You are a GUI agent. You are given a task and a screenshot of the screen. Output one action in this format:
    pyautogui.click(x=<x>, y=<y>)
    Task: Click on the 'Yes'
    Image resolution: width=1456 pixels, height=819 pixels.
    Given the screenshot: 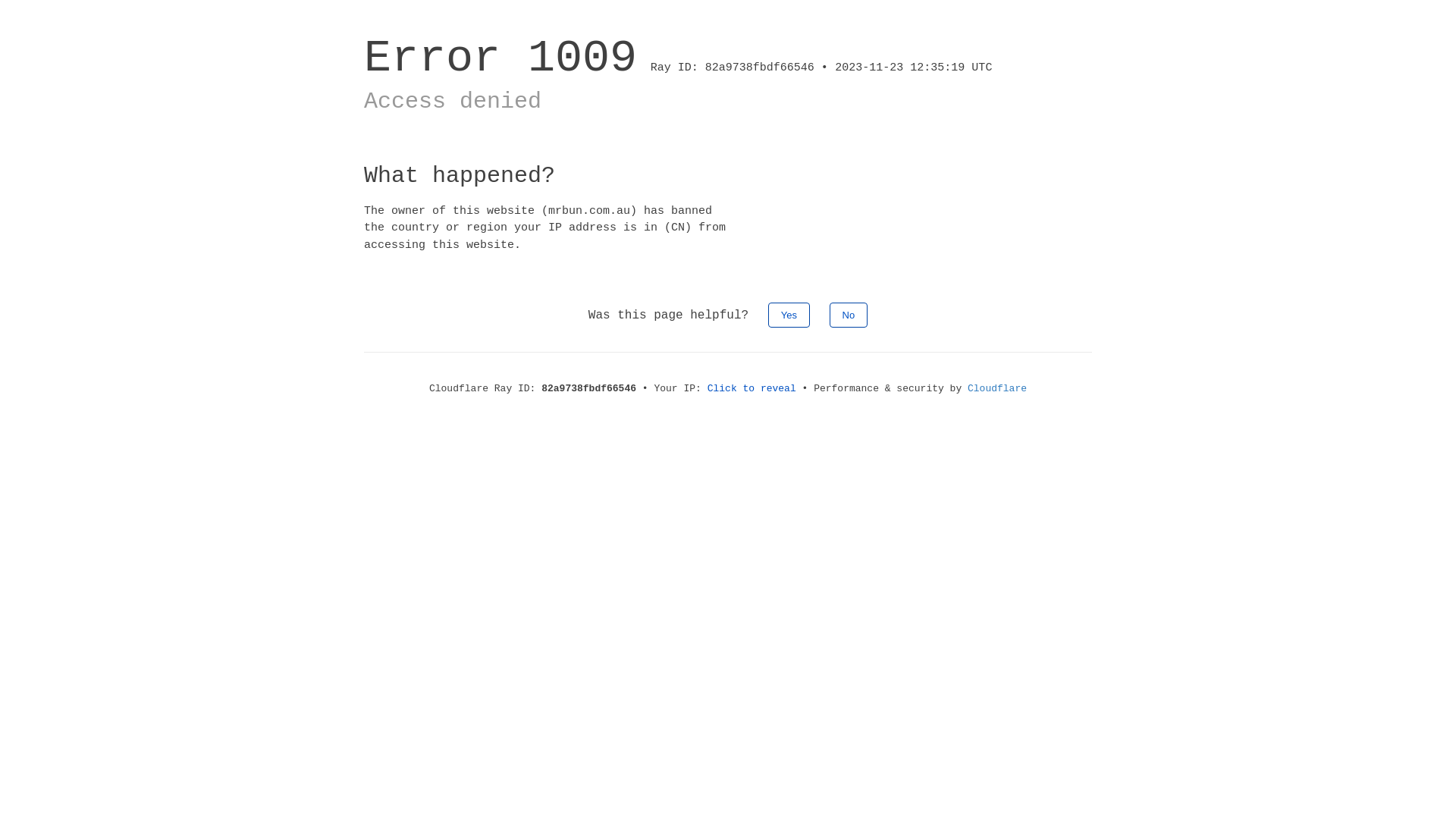 What is the action you would take?
    pyautogui.click(x=789, y=314)
    